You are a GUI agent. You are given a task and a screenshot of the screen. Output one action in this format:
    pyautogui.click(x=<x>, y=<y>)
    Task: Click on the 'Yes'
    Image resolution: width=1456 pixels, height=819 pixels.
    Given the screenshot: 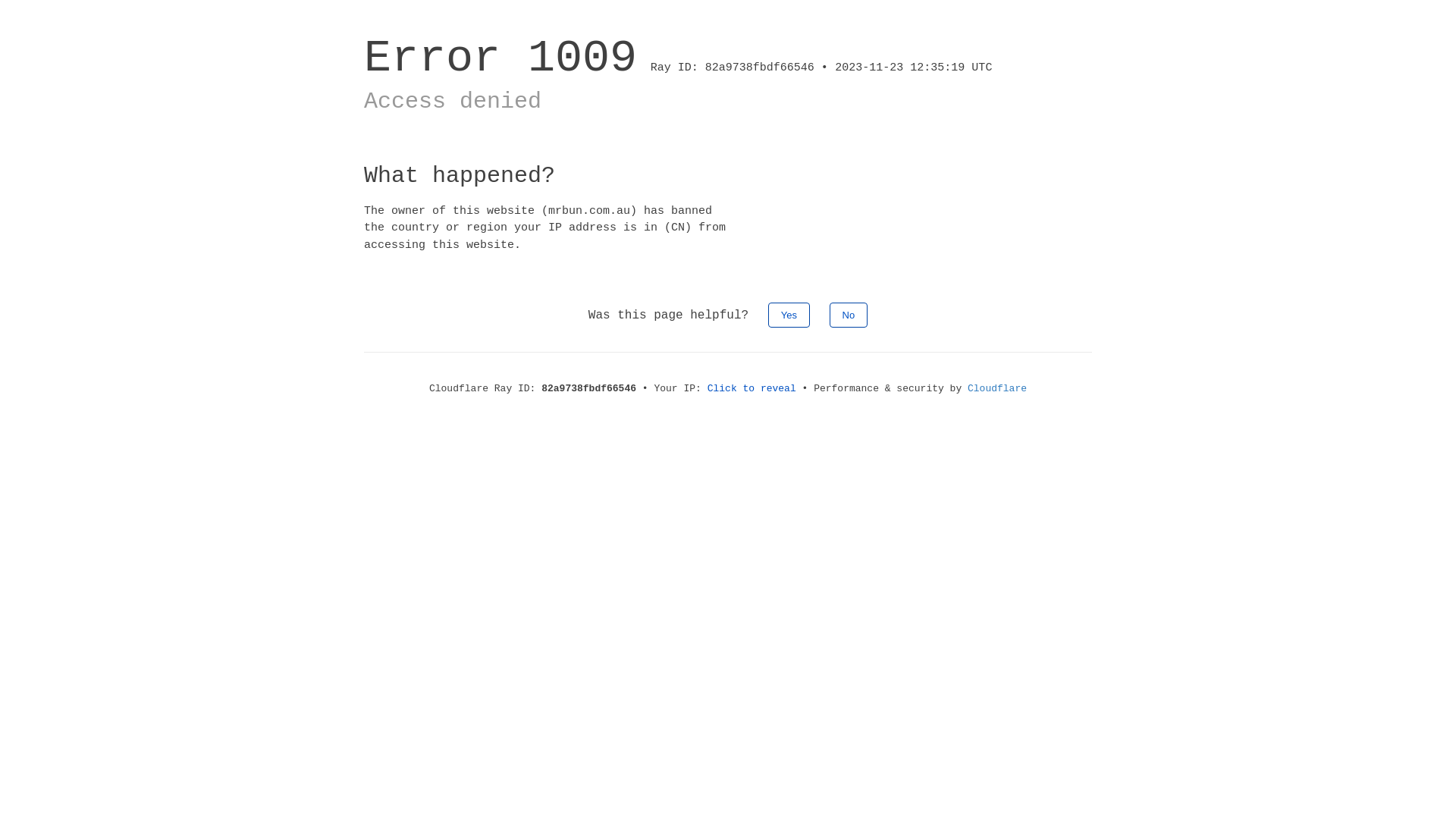 What is the action you would take?
    pyautogui.click(x=789, y=314)
    